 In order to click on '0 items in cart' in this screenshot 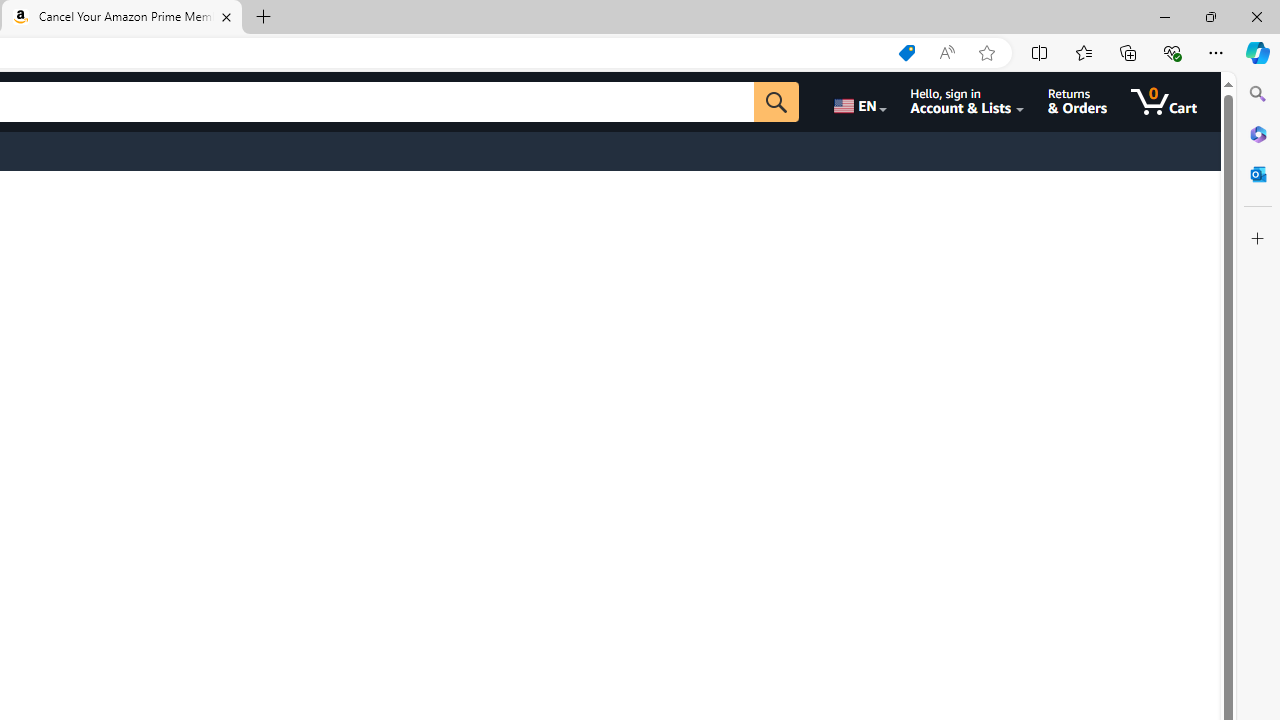, I will do `click(1164, 101)`.